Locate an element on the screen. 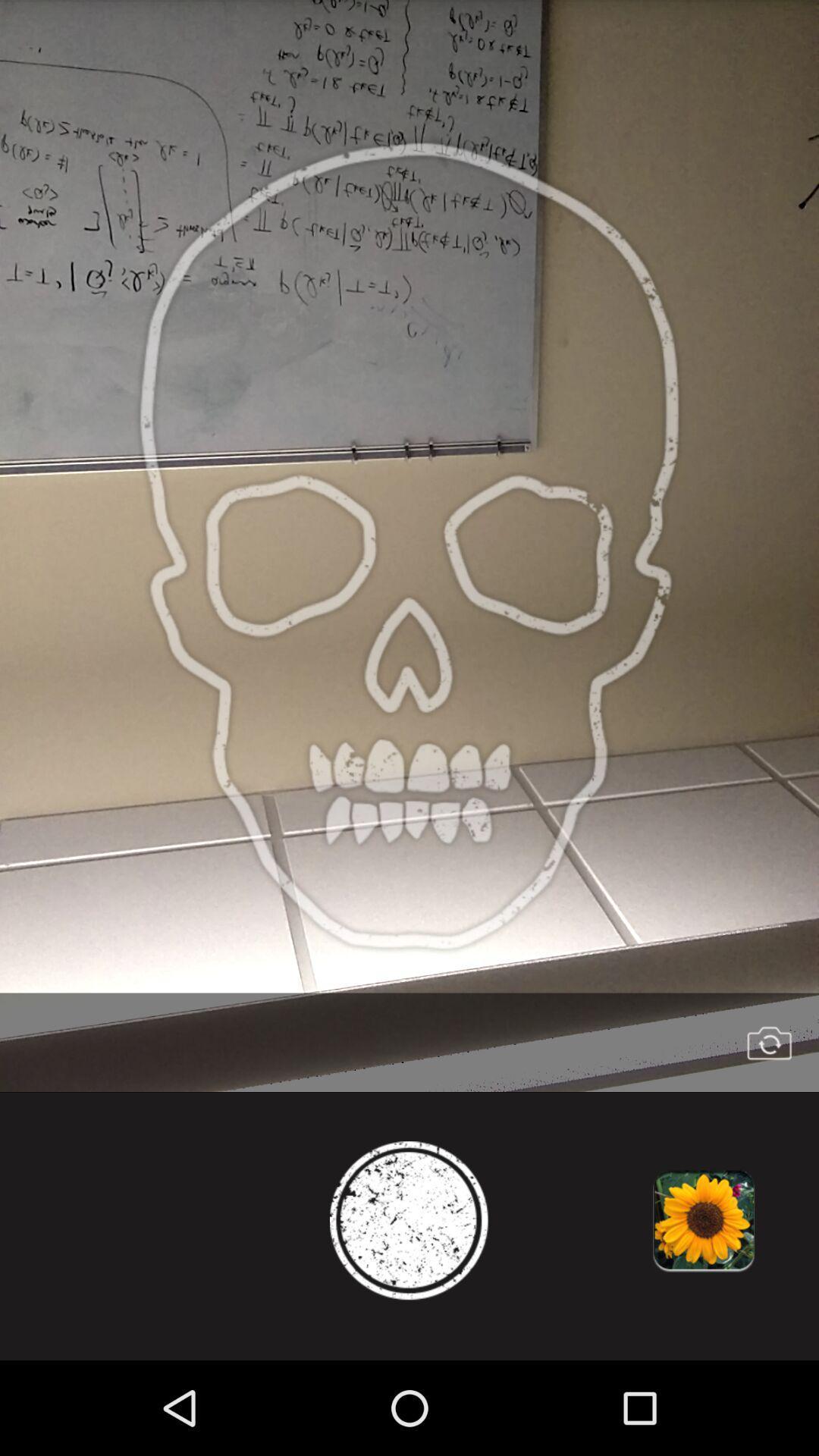 The width and height of the screenshot is (819, 1456). the swap icon is located at coordinates (769, 1116).